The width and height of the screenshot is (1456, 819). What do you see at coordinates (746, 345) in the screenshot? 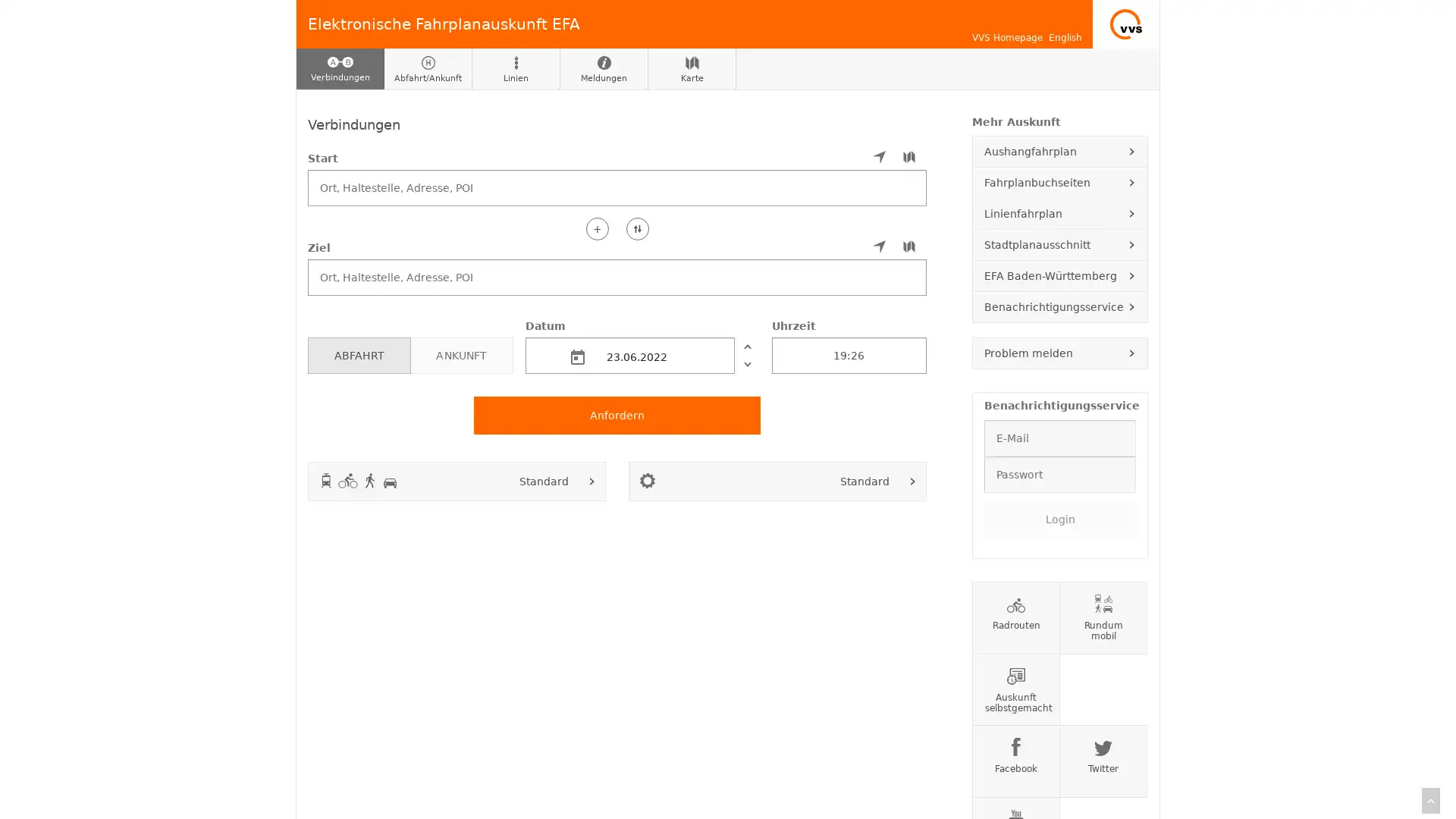
I see `vorher` at bounding box center [746, 345].